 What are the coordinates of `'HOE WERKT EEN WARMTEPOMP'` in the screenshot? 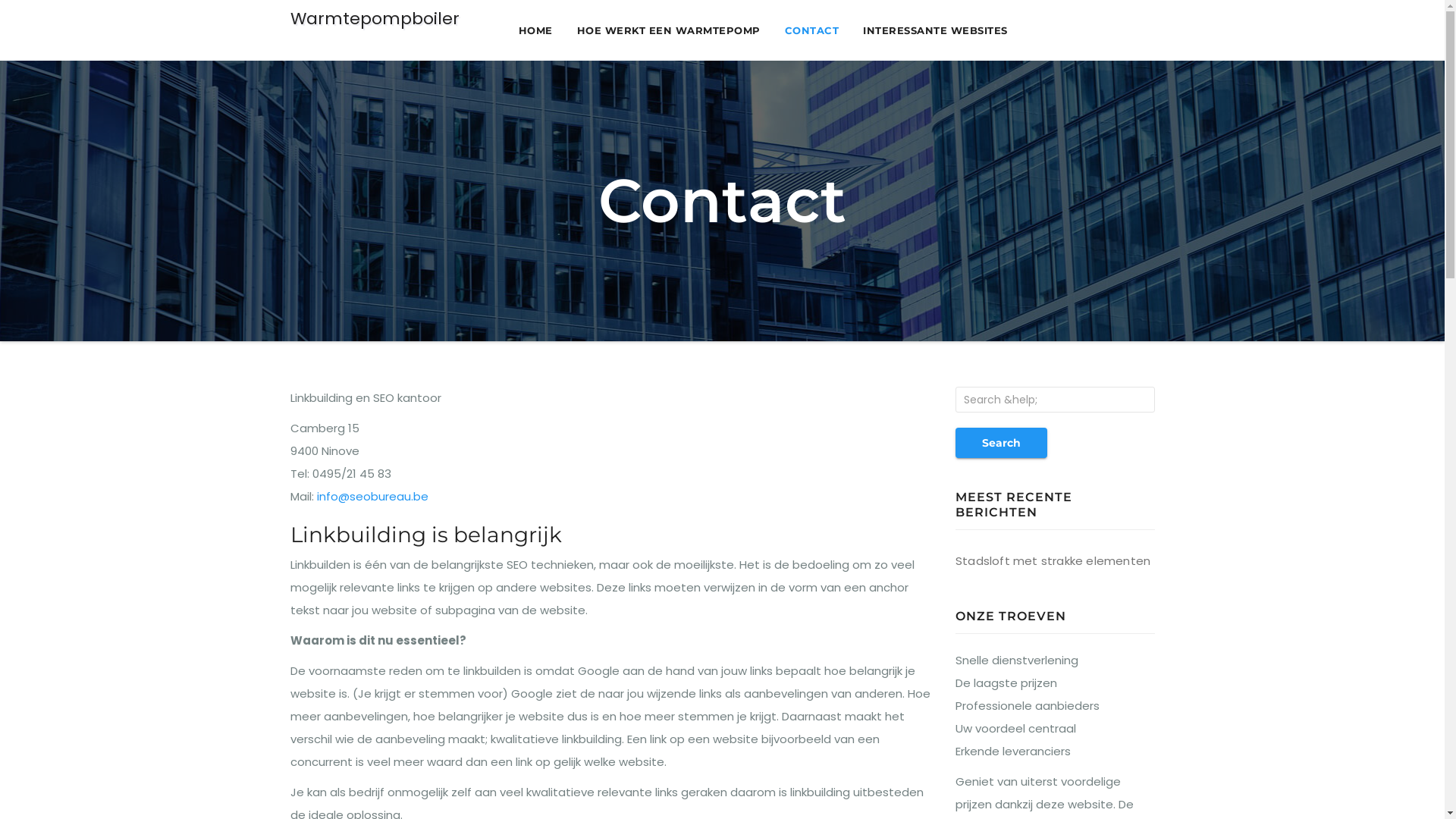 It's located at (667, 30).